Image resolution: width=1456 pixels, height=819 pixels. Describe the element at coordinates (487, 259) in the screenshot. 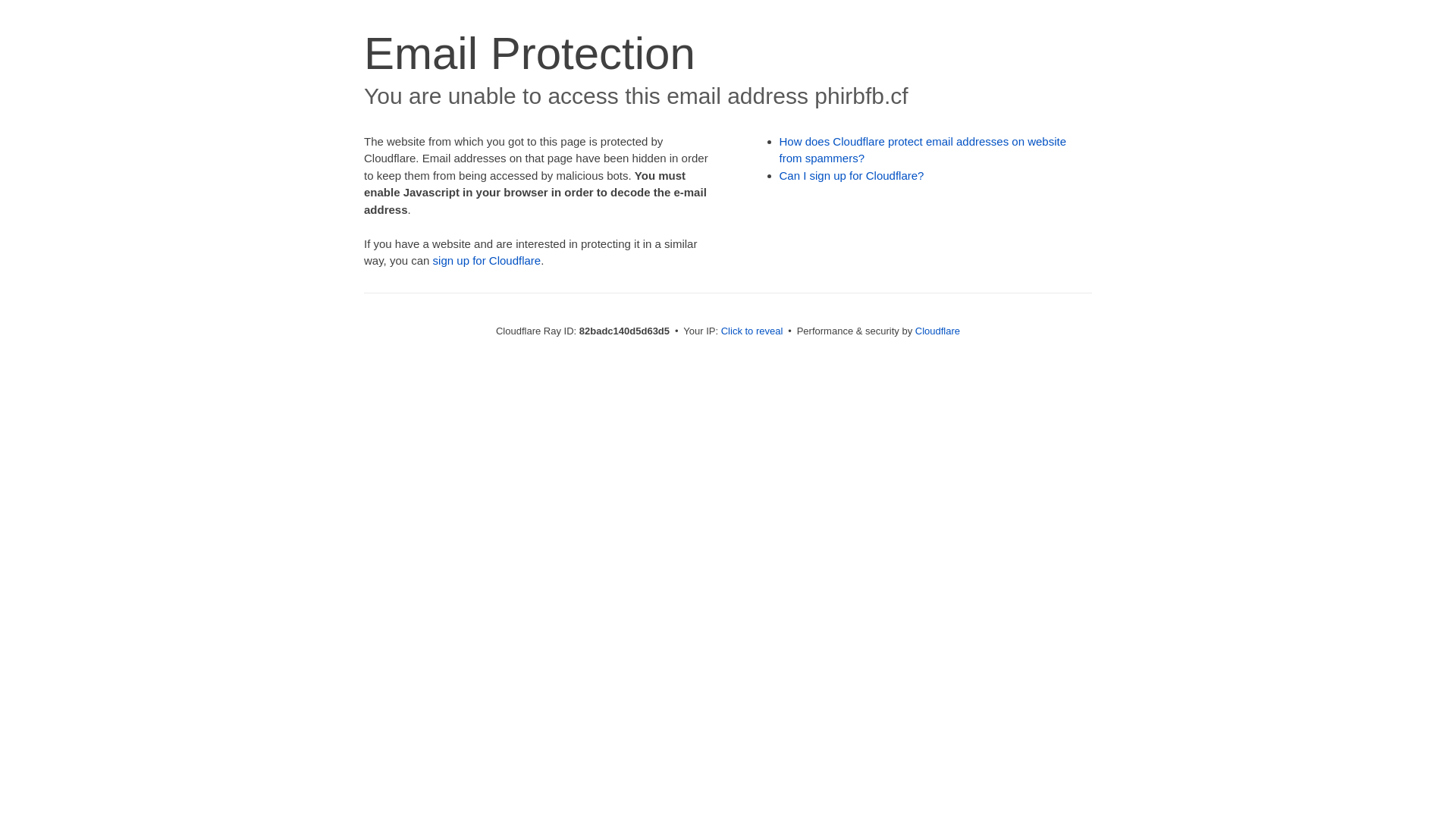

I see `'sign up for Cloudflare'` at that location.